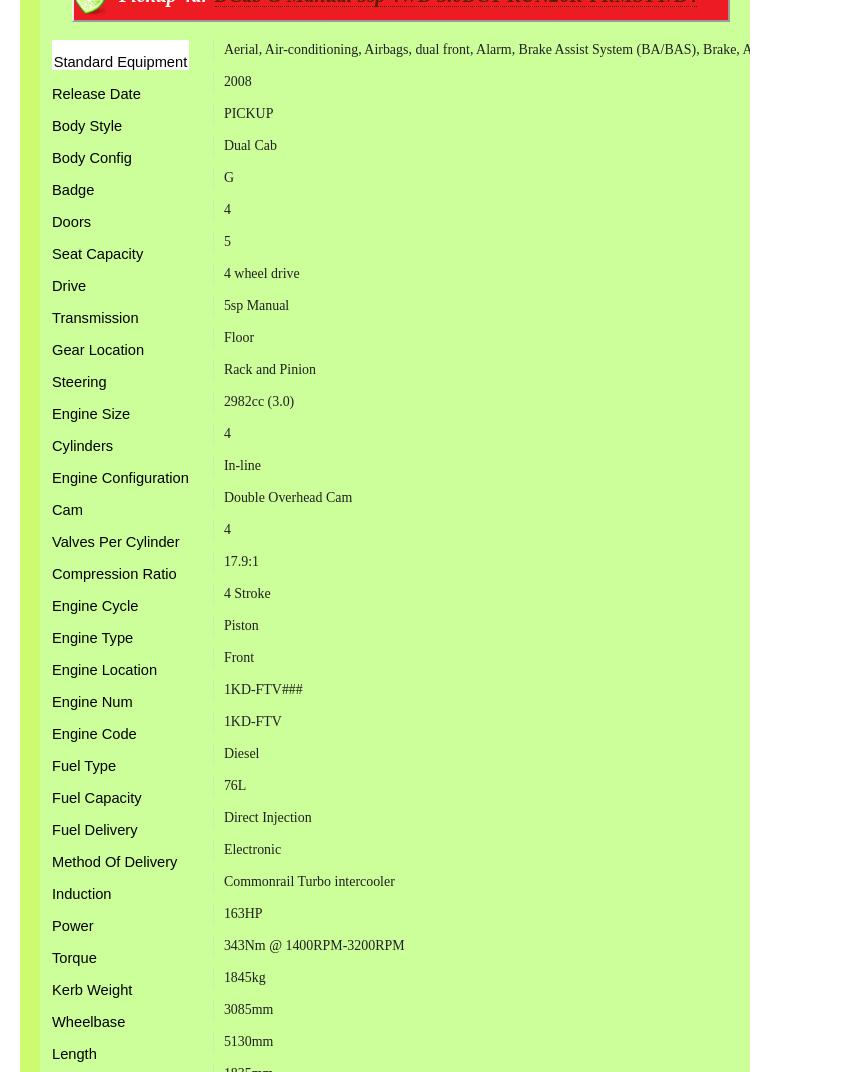 This screenshot has width=845, height=1072. I want to click on '1KD-FTV###', so click(221, 688).